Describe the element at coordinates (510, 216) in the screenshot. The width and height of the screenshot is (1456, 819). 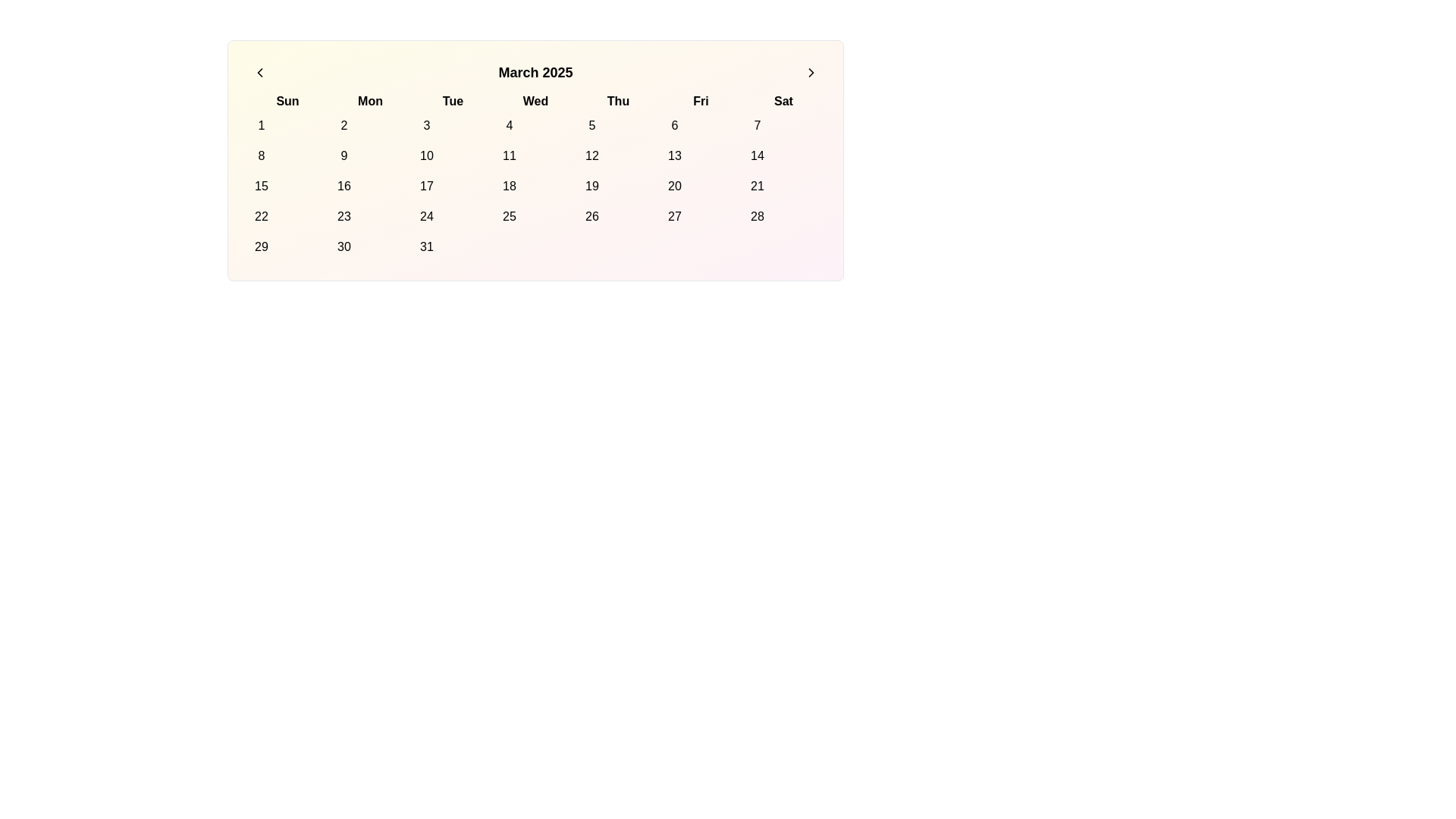
I see `the interactive button representing the date '25' in the calendar grid for March 2025` at that location.